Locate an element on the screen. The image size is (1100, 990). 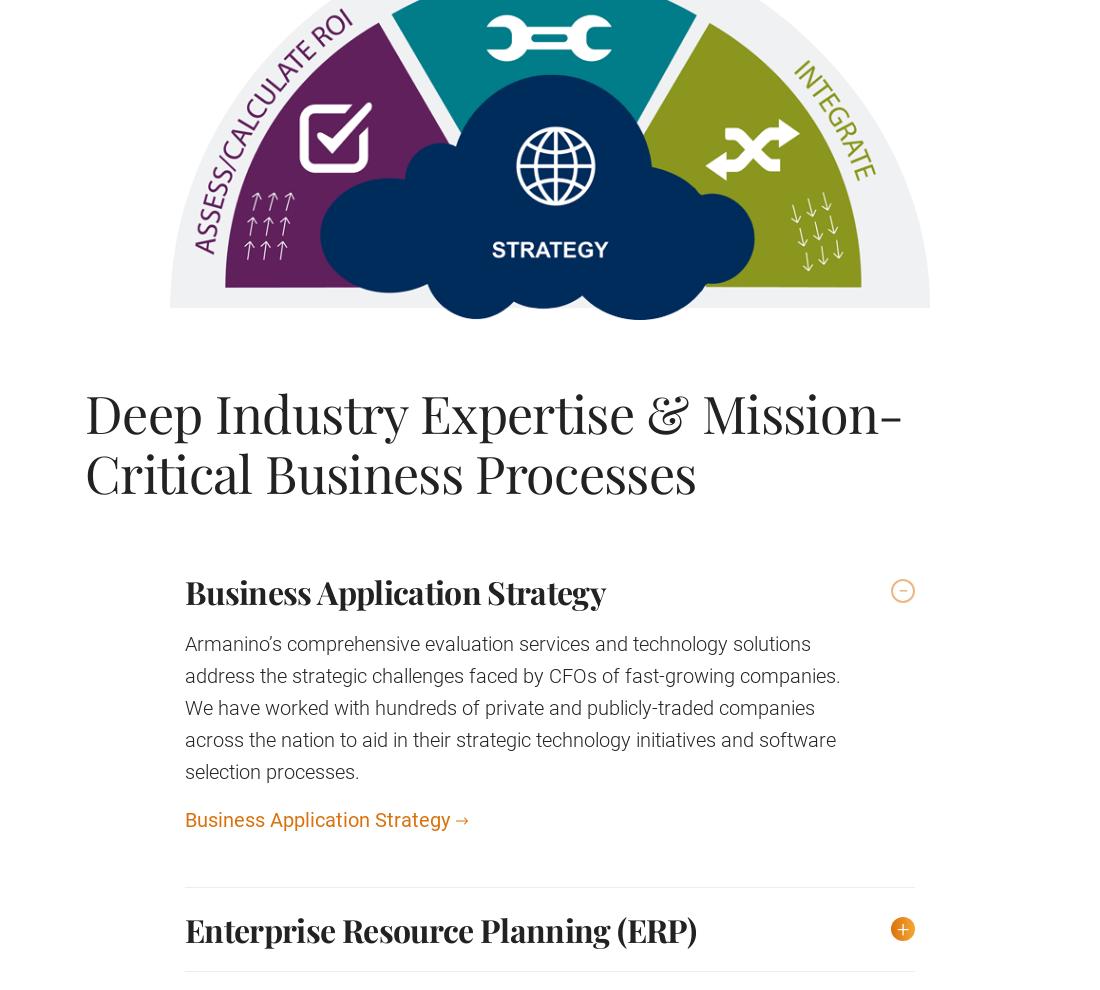
'Apply now' is located at coordinates (378, 422).